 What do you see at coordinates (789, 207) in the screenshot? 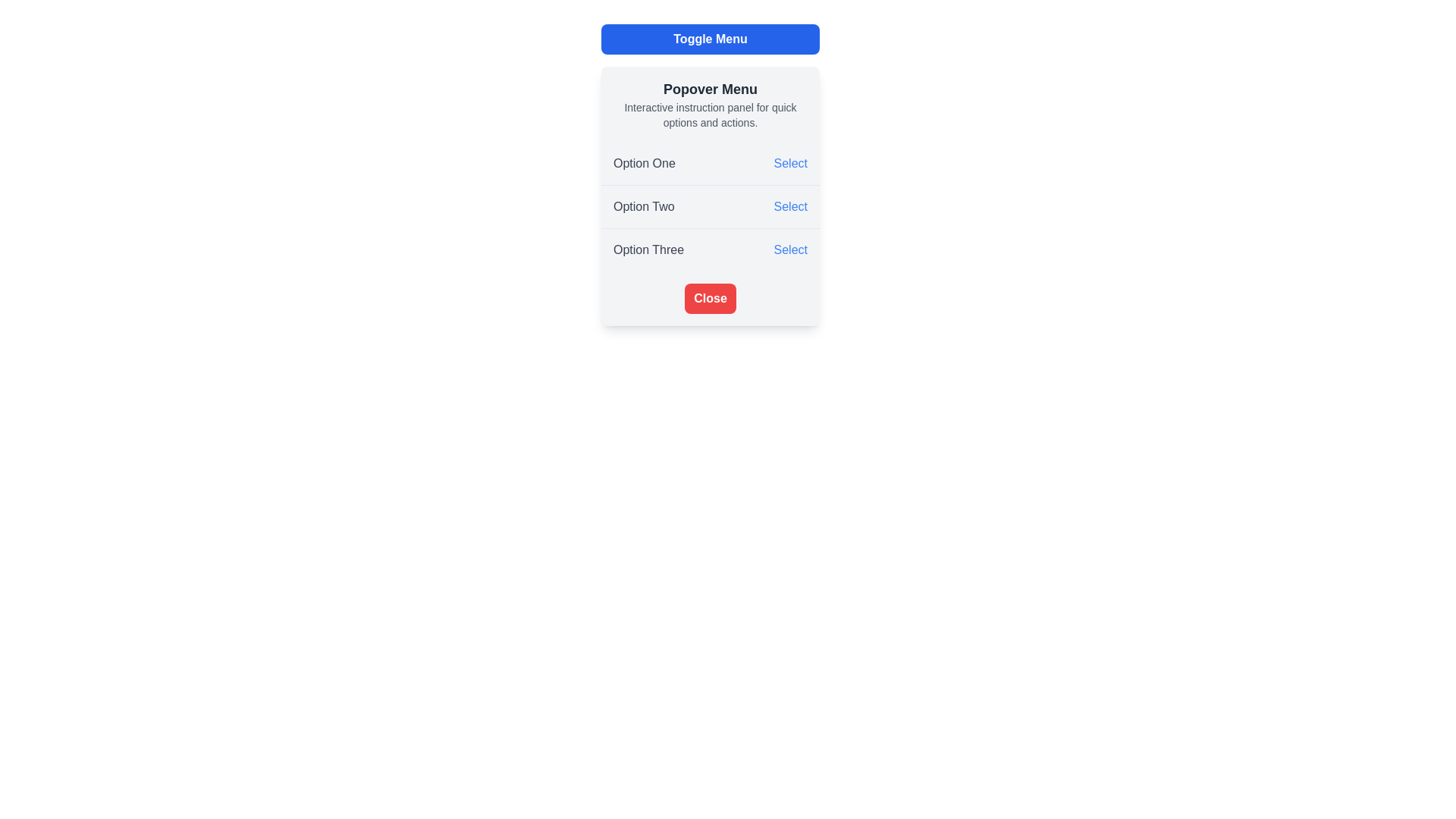
I see `the selectable button aligned to the right side of 'Option Two' in the 'Popover Menu' to change its visual appearance` at bounding box center [789, 207].